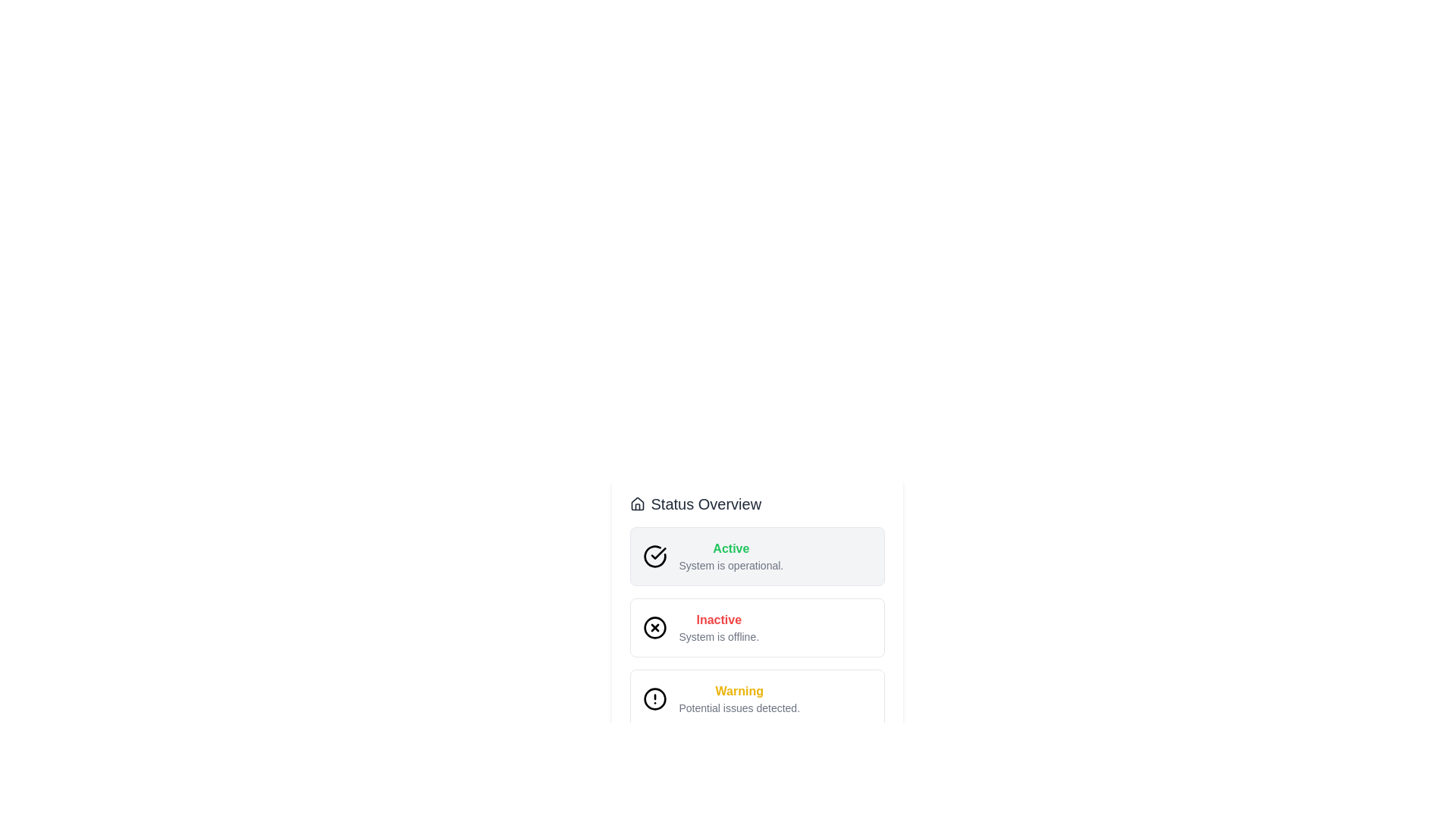  What do you see at coordinates (654, 698) in the screenshot?
I see `the circular warning icon with a thin black outline and an exclamation mark inside, located adjacent to the left of the text block labeled 'Warning Potential issues detected.'` at bounding box center [654, 698].